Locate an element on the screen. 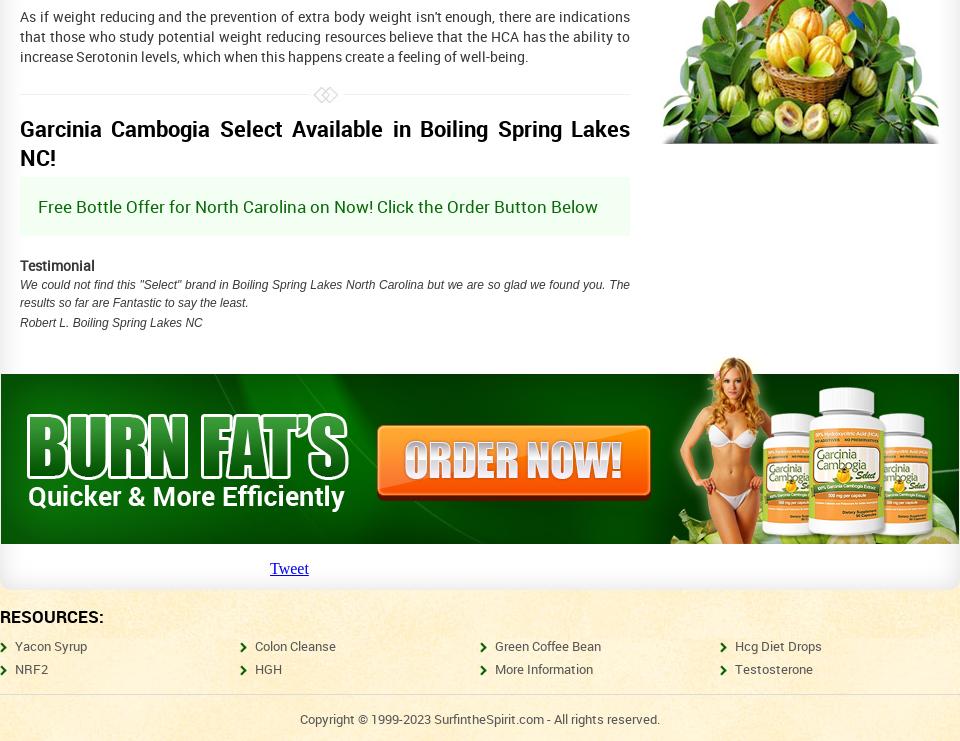 This screenshot has width=960, height=741. 'We could not find this "Select" brand in Boiling Spring Lakes North Carolina but we are so glad we found you. The results so far are Fantastic to say the least.' is located at coordinates (18, 293).